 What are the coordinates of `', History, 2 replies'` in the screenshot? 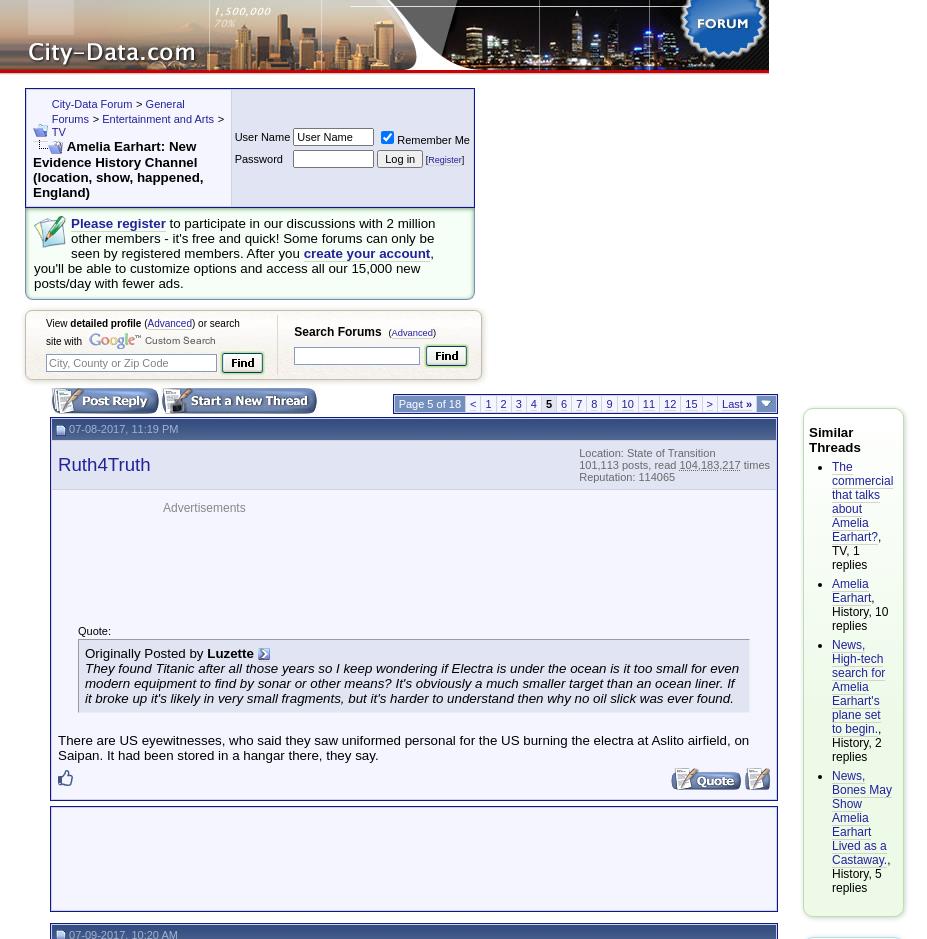 It's located at (831, 741).